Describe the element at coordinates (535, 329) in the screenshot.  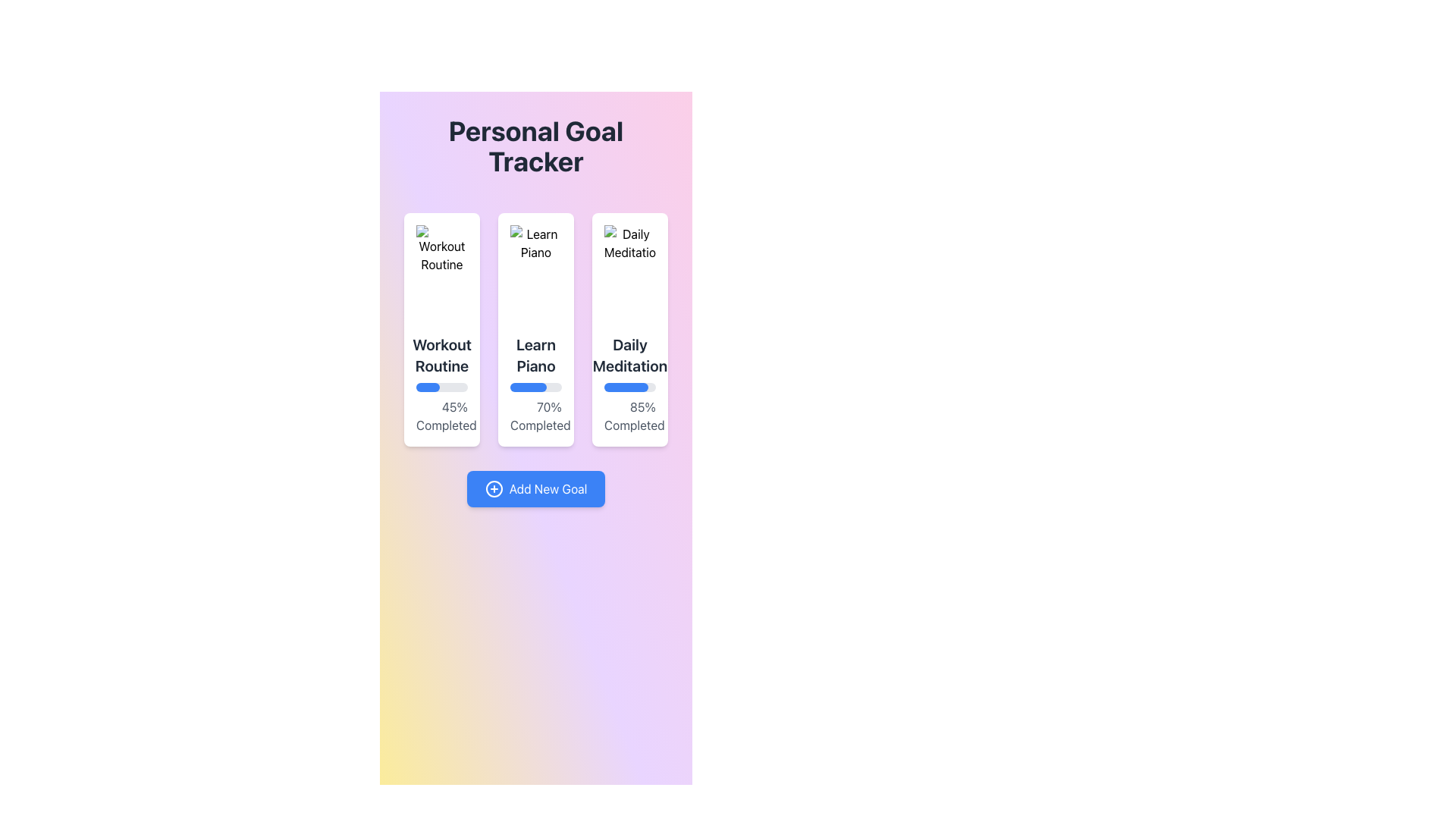
I see `the display card component that shows the progress of the 'Learn Piano' goal, which is the second card in a row of three, positioned in the middle of a grid layout` at that location.